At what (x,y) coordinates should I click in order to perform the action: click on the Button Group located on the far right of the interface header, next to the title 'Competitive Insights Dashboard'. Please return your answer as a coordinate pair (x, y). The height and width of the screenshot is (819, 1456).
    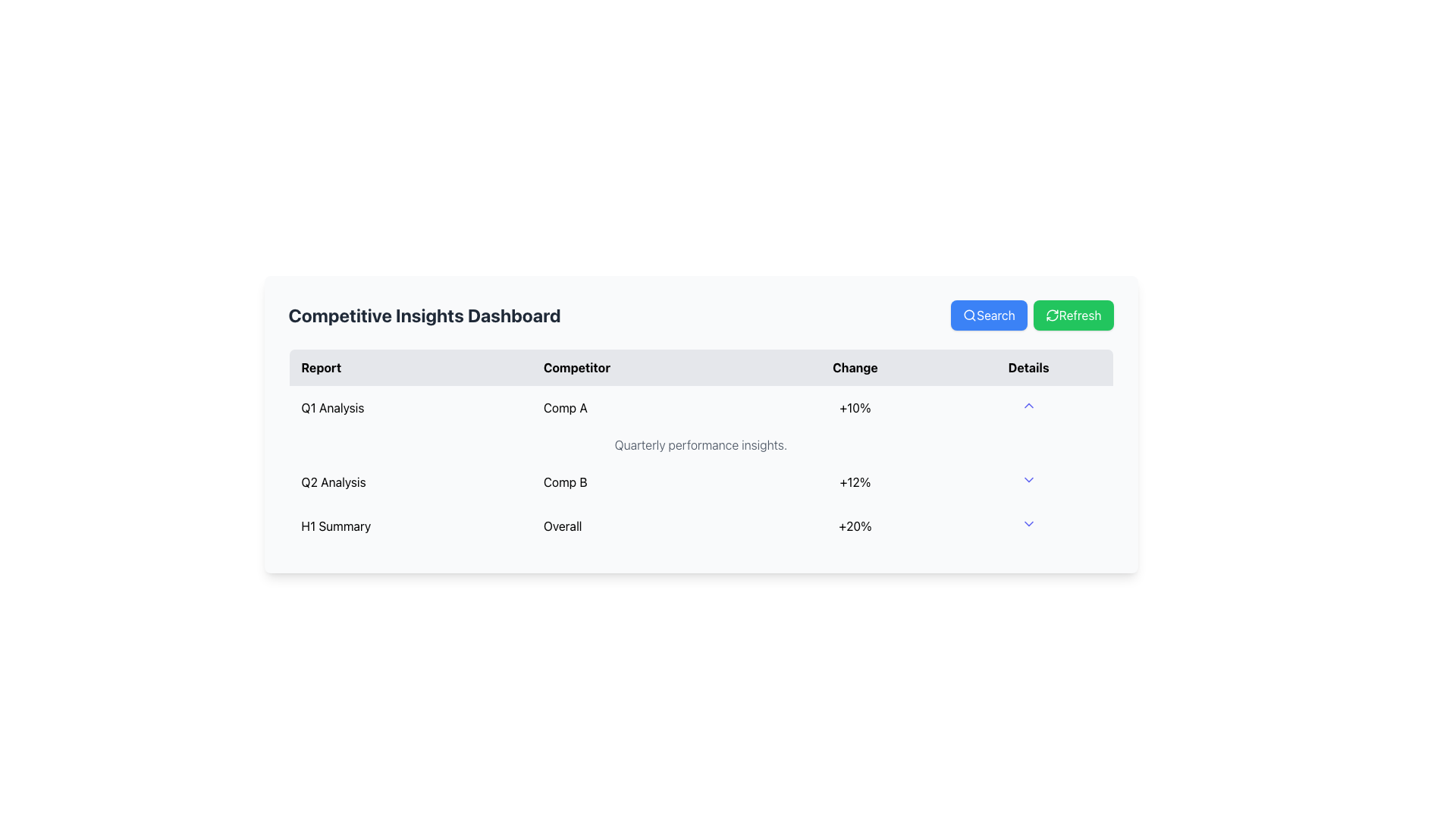
    Looking at the image, I should click on (1031, 315).